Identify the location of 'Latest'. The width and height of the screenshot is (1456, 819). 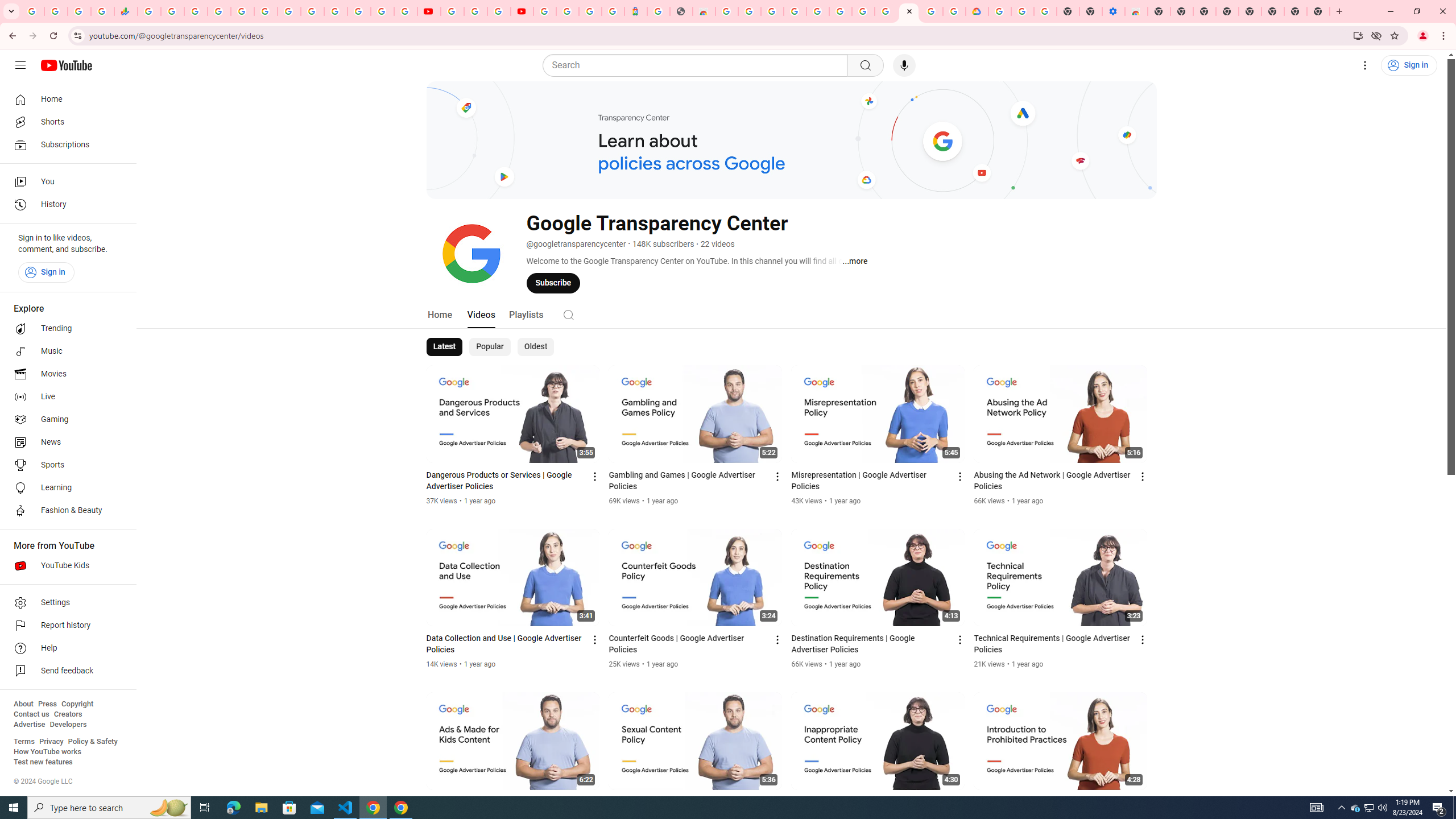
(445, 346).